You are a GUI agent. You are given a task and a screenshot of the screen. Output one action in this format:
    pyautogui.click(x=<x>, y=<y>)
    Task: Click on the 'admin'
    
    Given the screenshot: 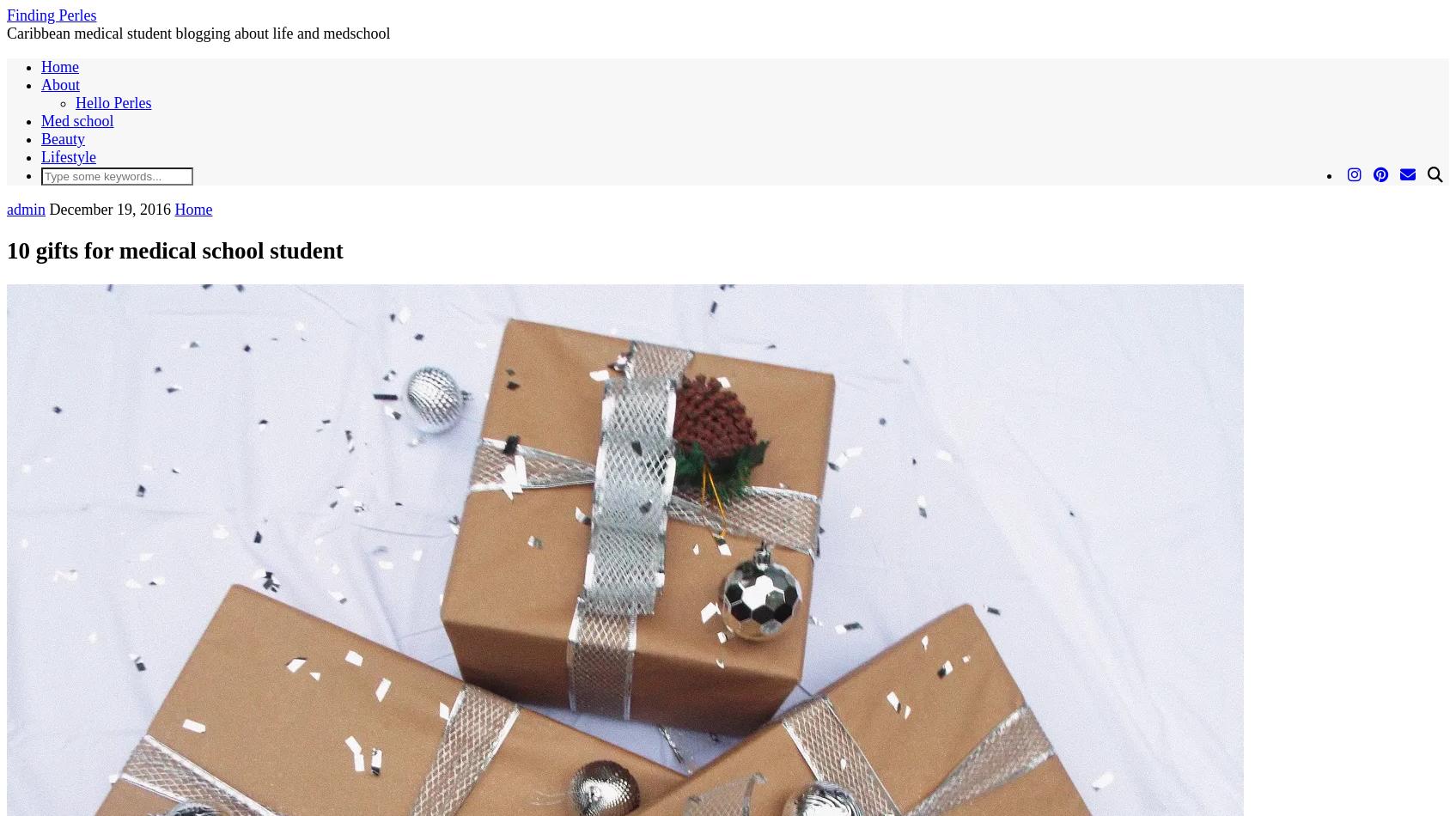 What is the action you would take?
    pyautogui.click(x=26, y=208)
    